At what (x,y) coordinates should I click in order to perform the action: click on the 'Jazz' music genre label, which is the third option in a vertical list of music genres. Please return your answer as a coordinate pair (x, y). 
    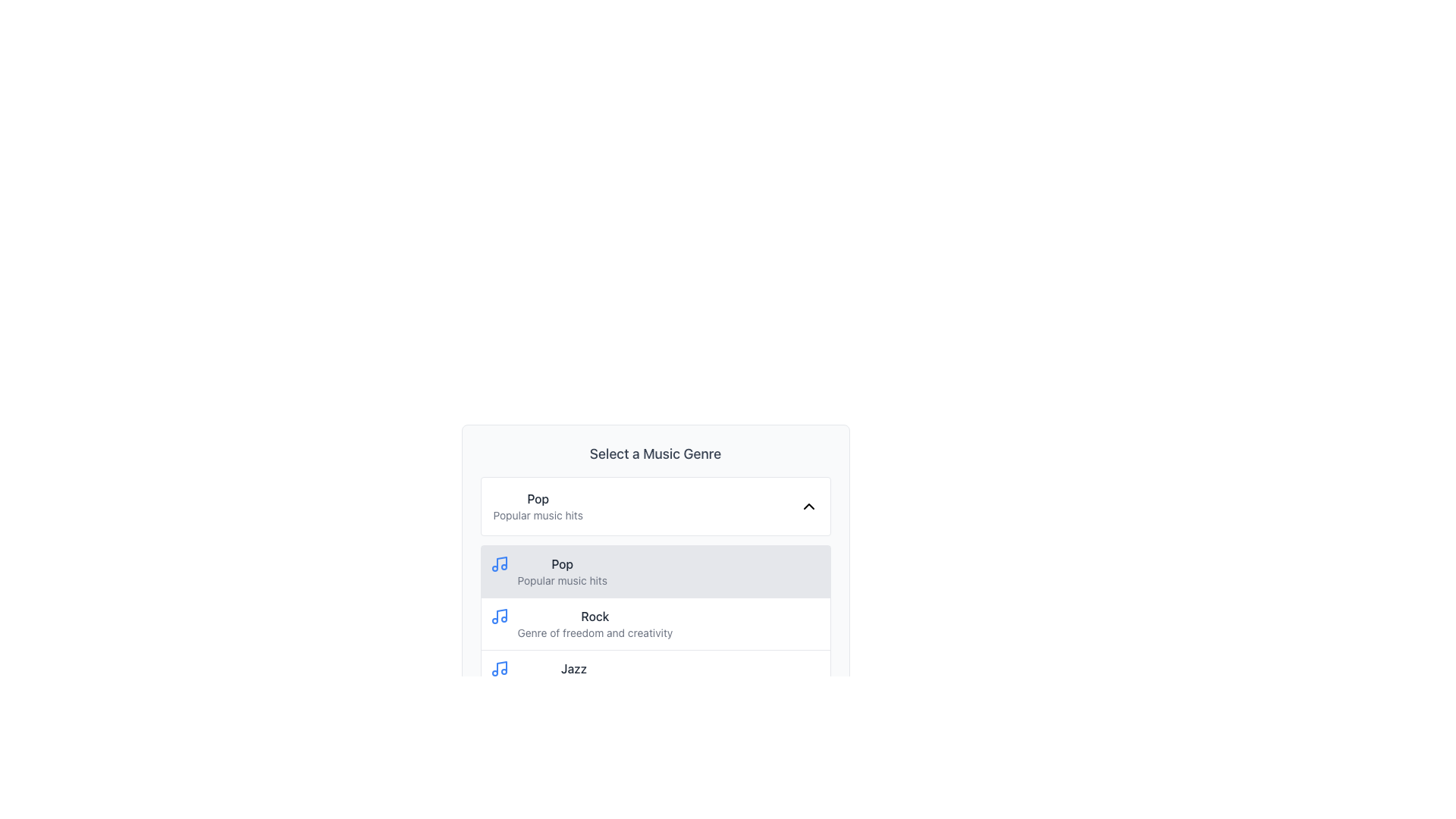
    Looking at the image, I should click on (573, 668).